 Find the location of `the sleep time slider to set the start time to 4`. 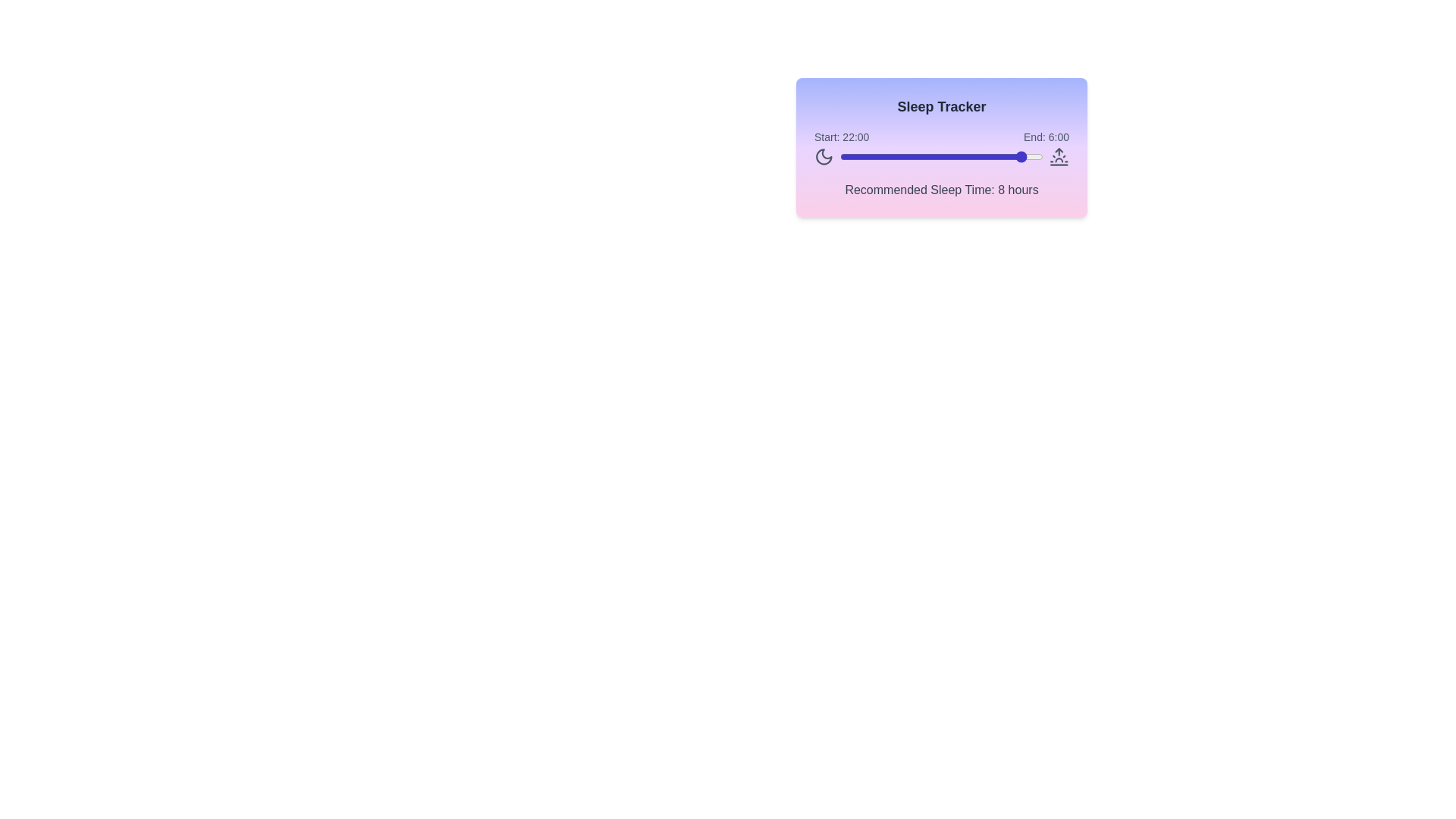

the sleep time slider to set the start time to 4 is located at coordinates (874, 157).